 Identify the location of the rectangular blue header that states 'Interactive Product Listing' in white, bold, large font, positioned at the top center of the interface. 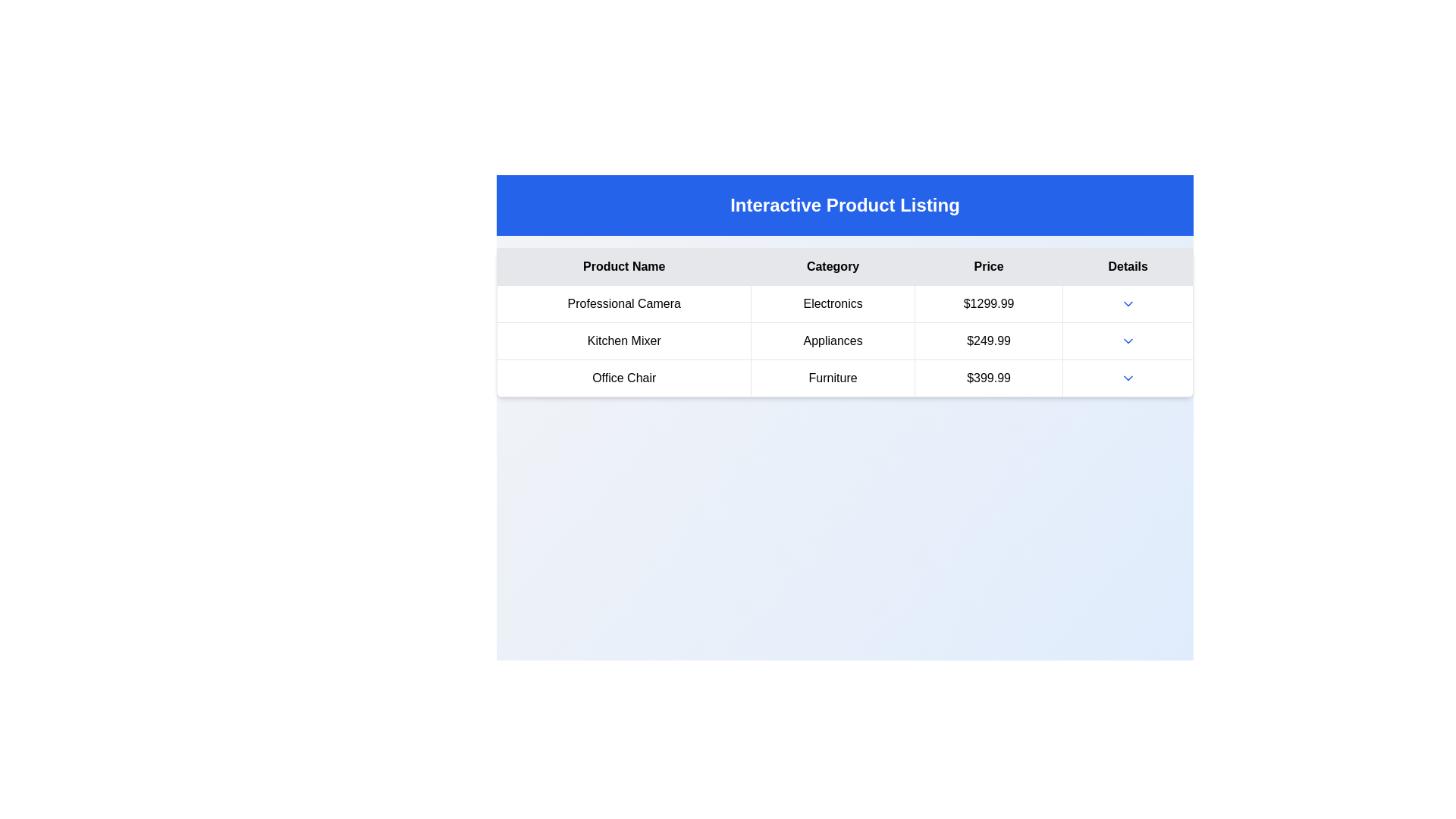
(844, 205).